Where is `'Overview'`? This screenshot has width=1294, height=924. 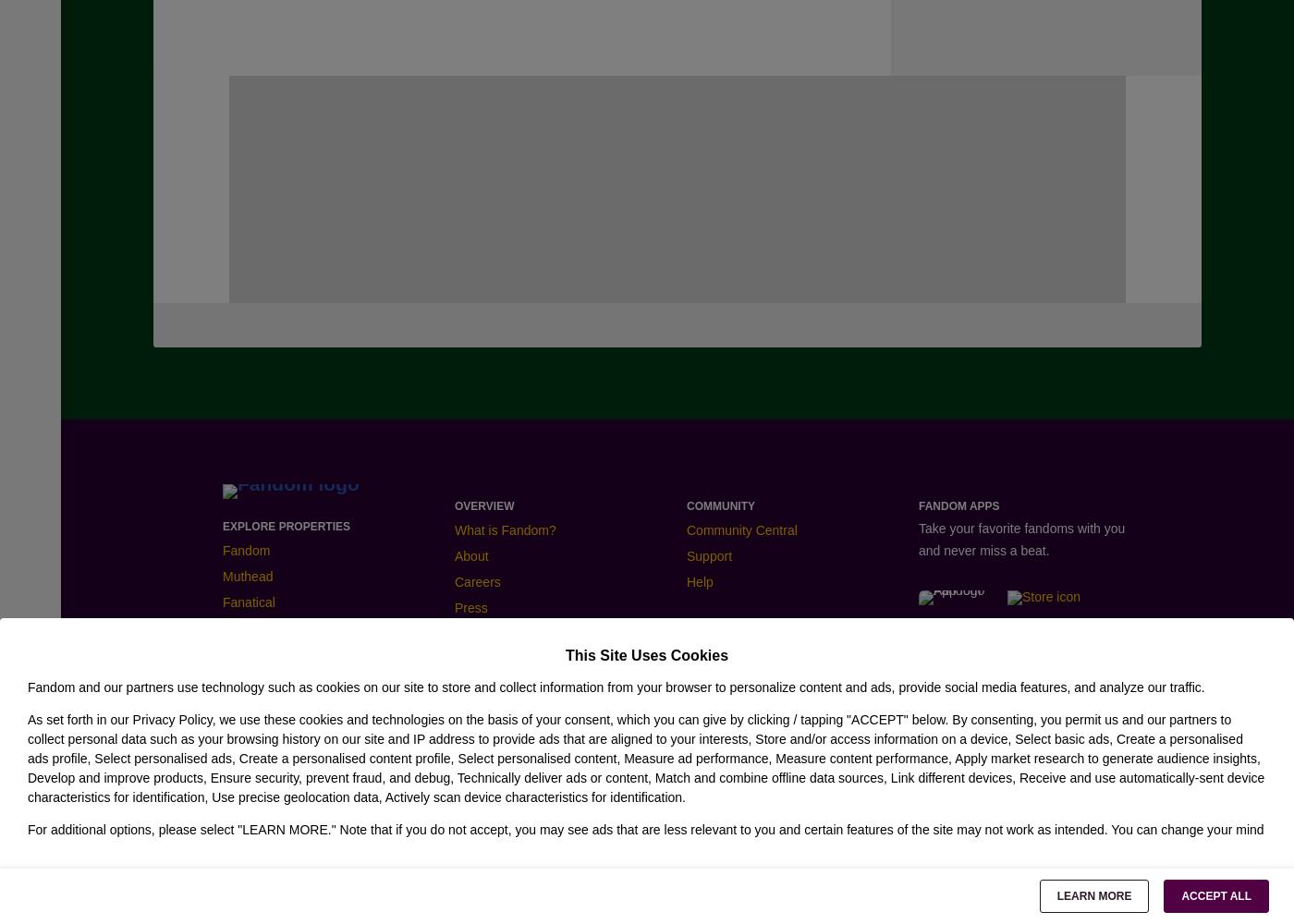
'Overview' is located at coordinates (484, 505).